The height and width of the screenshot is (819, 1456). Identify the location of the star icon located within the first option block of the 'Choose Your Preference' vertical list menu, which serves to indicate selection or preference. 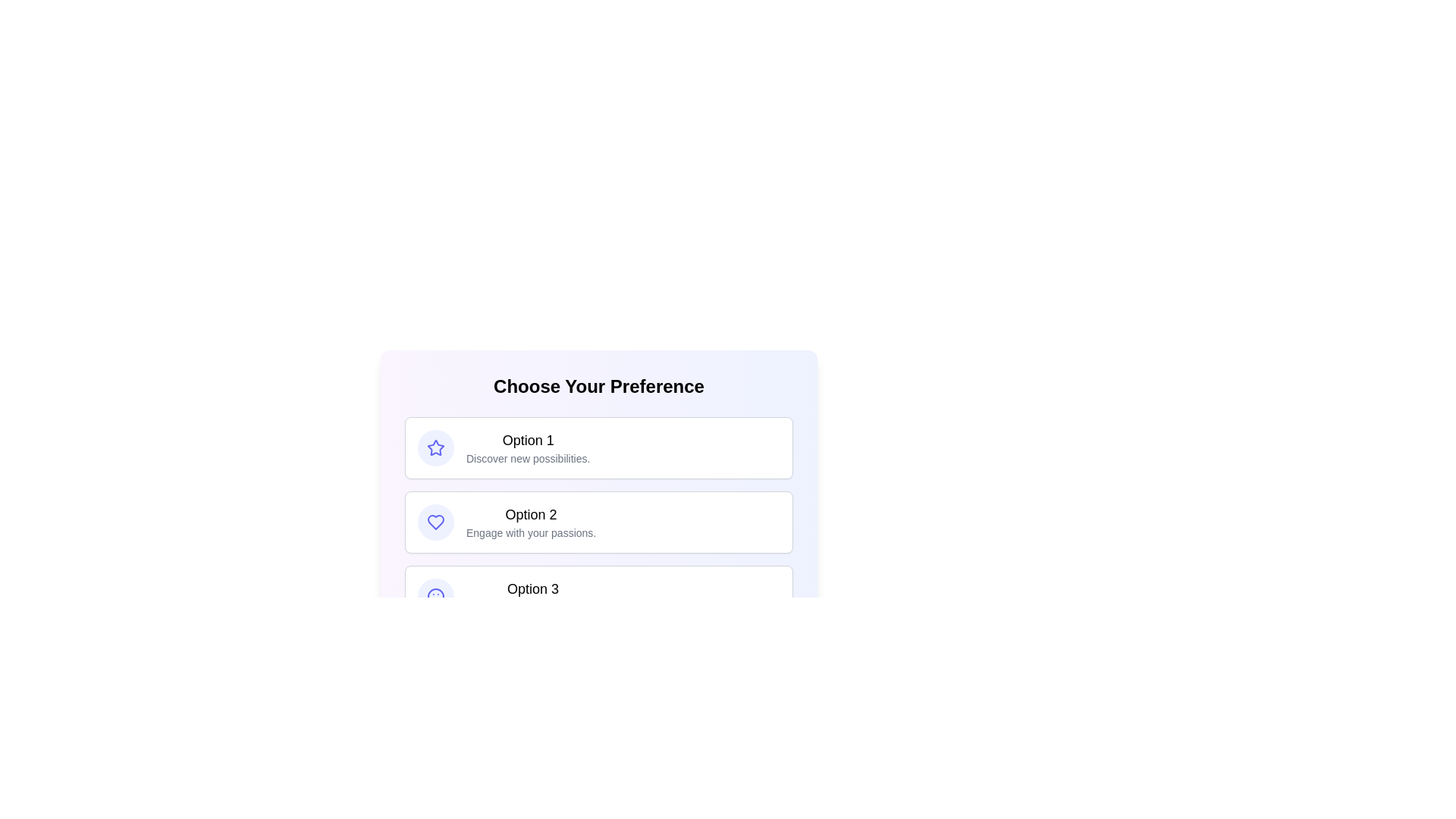
(435, 447).